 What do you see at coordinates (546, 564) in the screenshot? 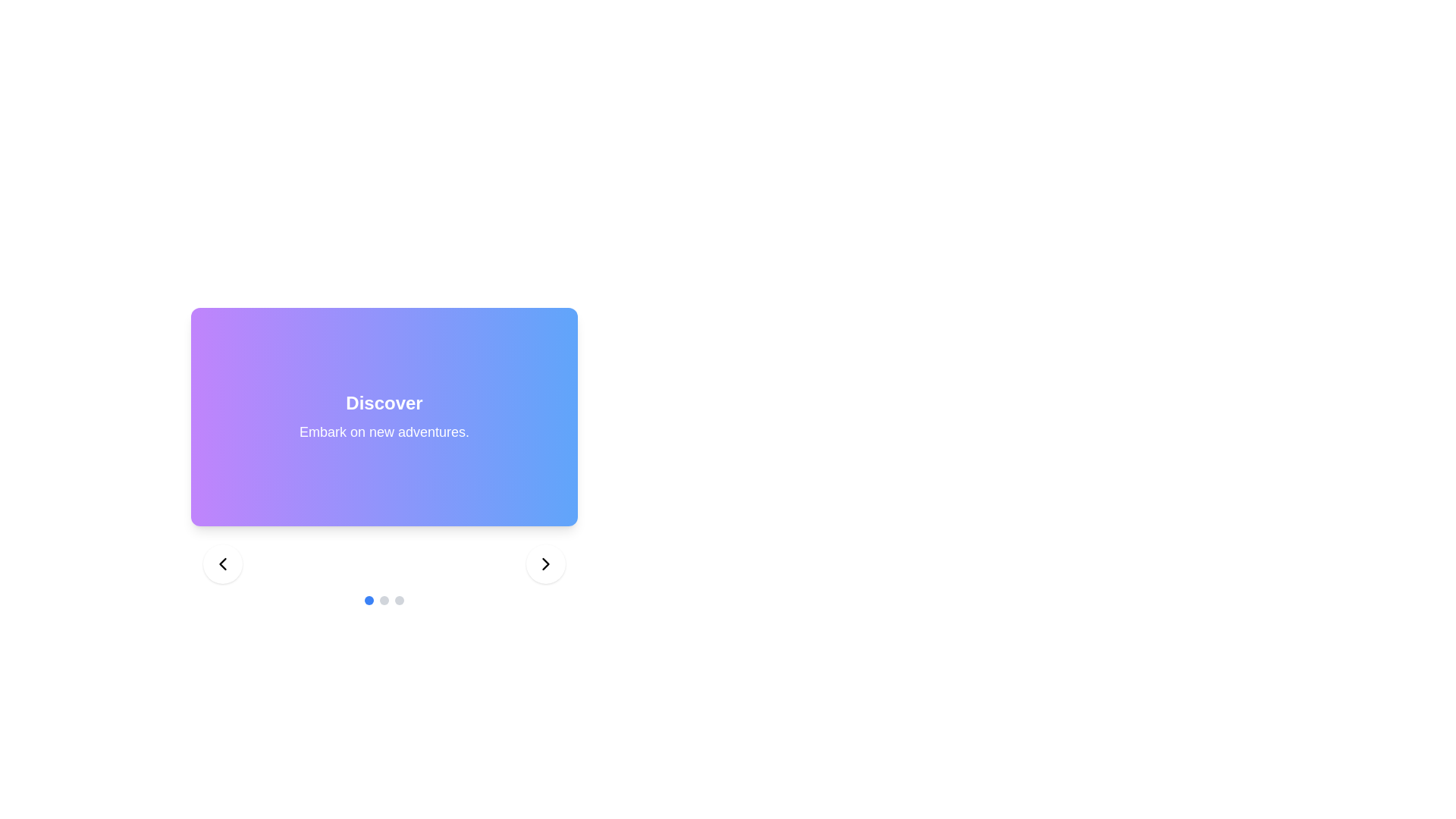
I see `the navigation button icon located at the bottom-right side of the 'Discover' UI card to trigger the hover effect` at bounding box center [546, 564].